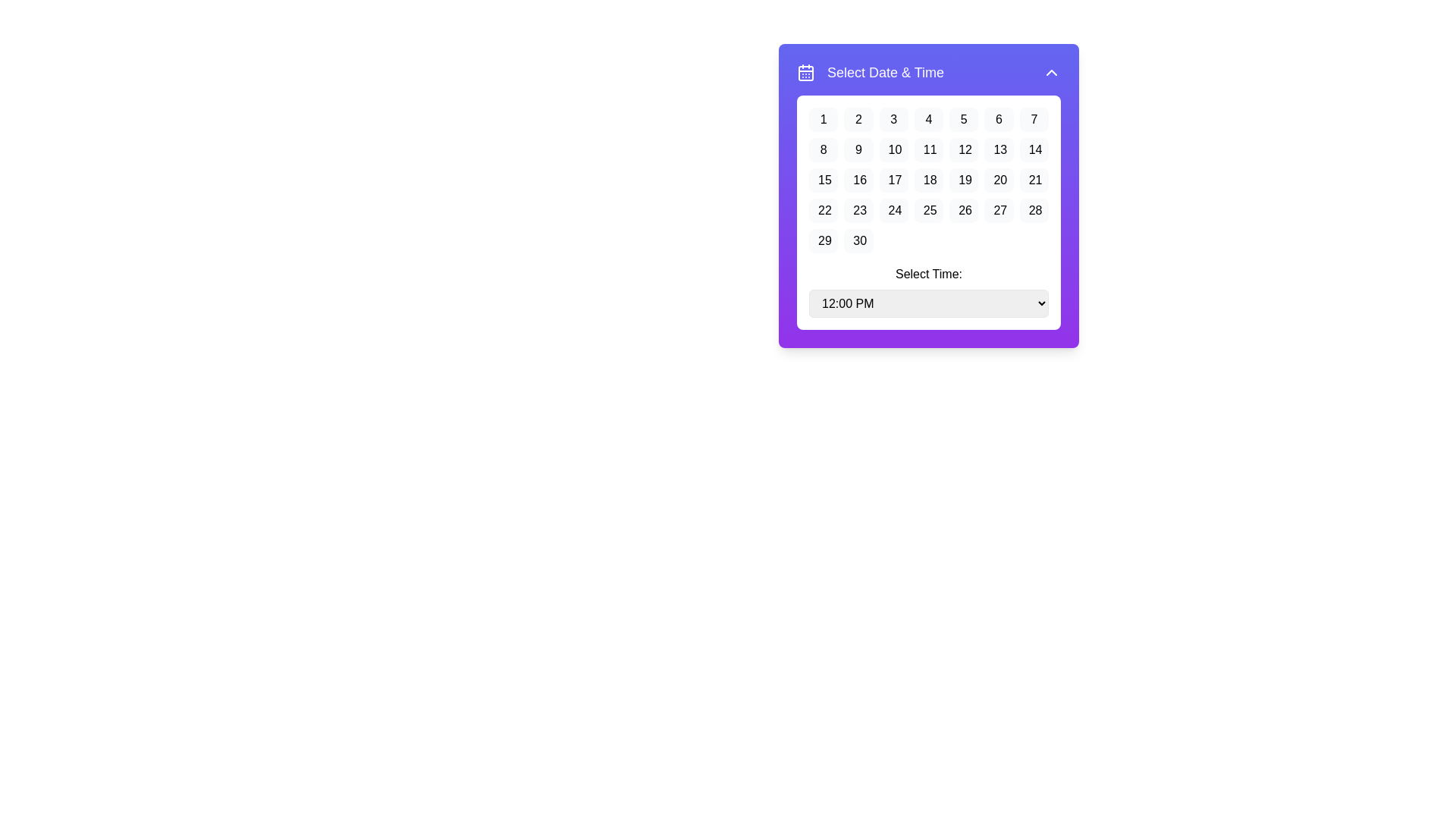  Describe the element at coordinates (893, 210) in the screenshot. I see `the rounded rectangular button with the number '24'` at that location.